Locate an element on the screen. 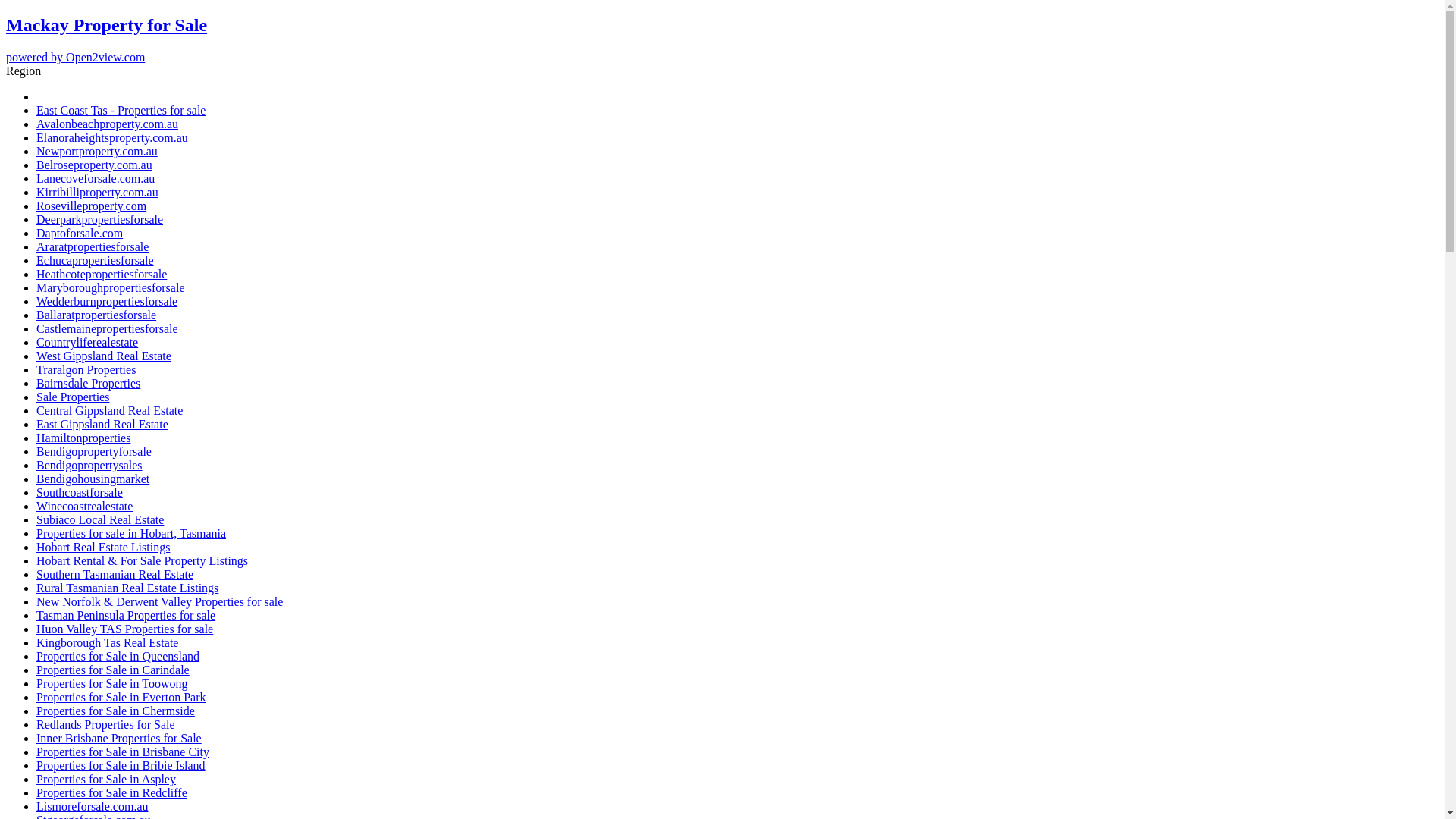 This screenshot has height=819, width=1456. 'Bairnsdale Properties' is located at coordinates (87, 382).